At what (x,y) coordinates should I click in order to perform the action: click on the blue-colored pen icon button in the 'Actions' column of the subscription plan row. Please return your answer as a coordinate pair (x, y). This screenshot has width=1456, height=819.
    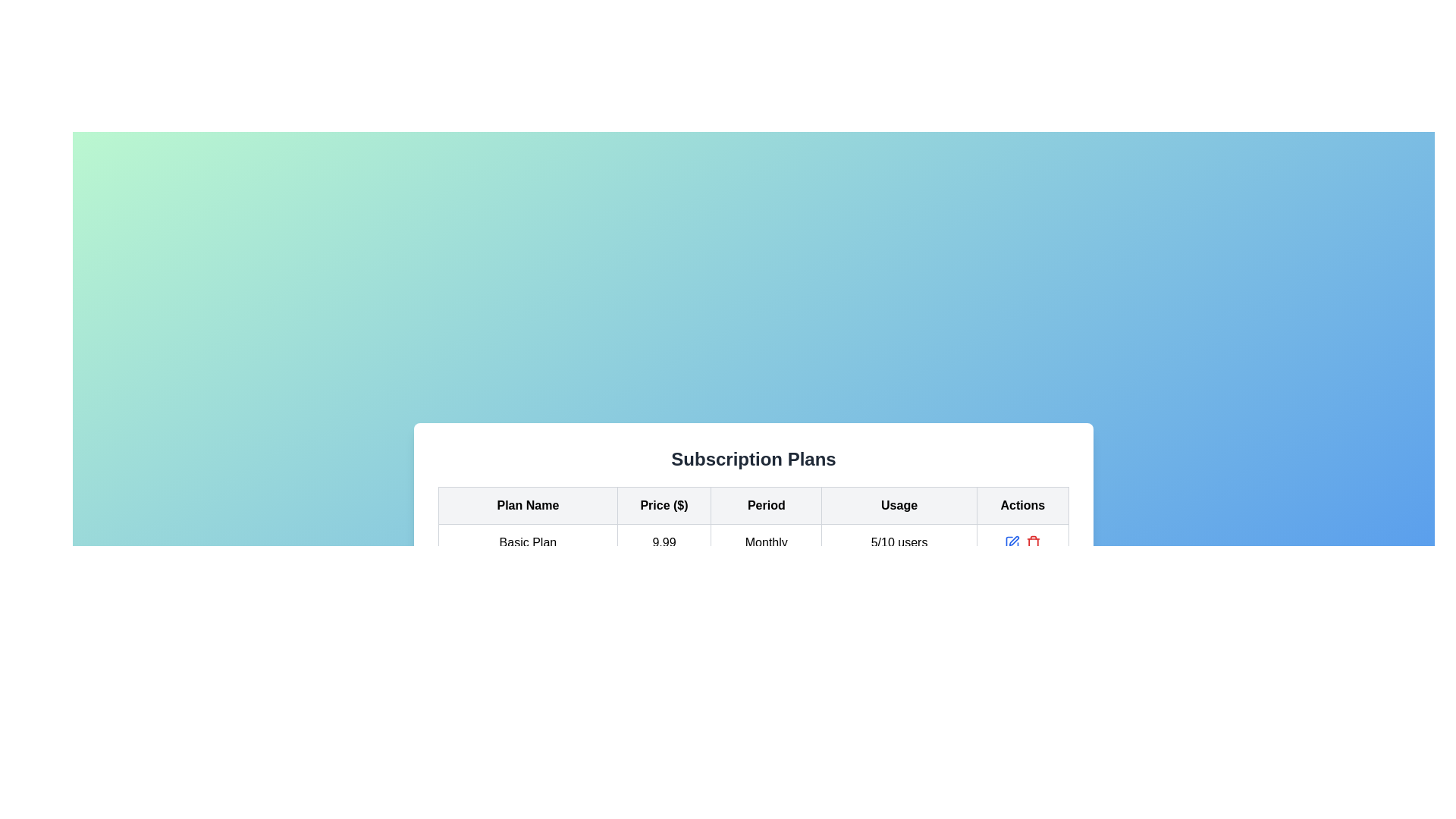
    Looking at the image, I should click on (1012, 541).